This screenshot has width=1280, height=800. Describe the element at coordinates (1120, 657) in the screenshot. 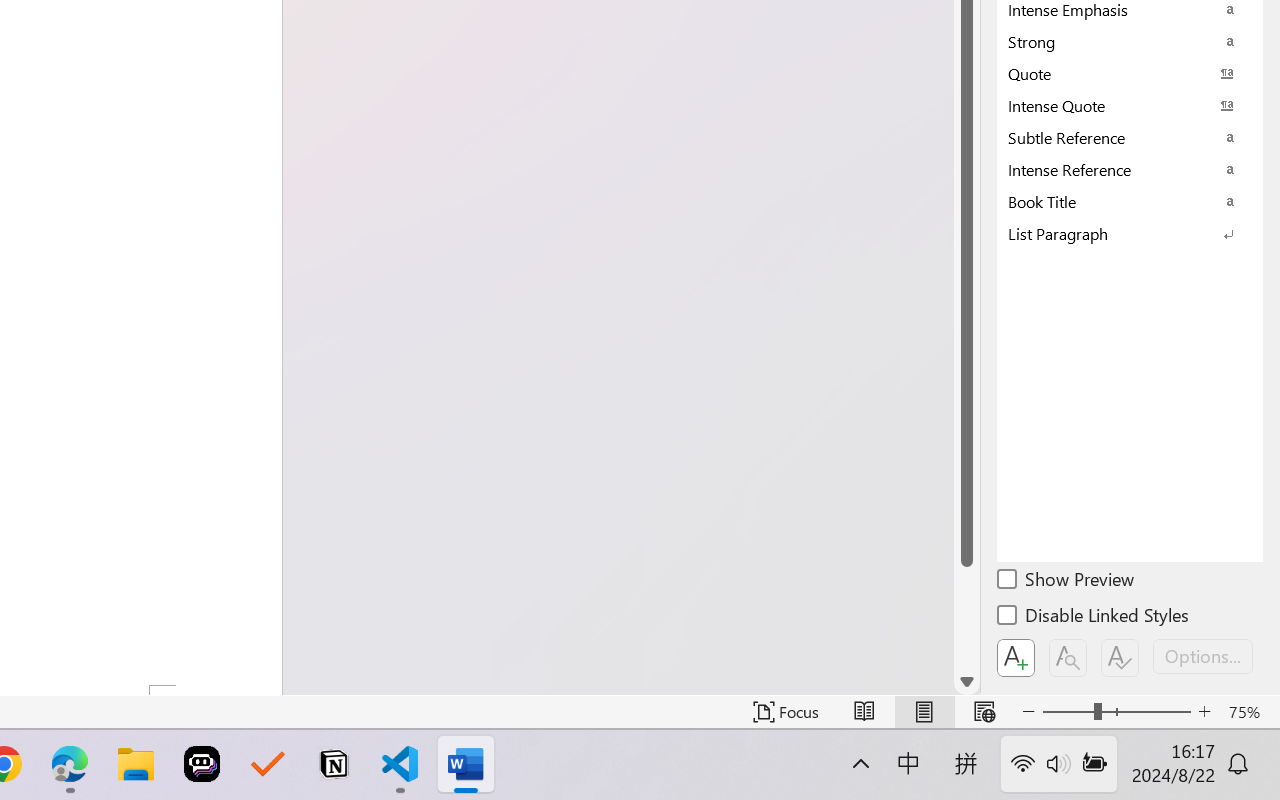

I see `'Class: NetUIButton'` at that location.